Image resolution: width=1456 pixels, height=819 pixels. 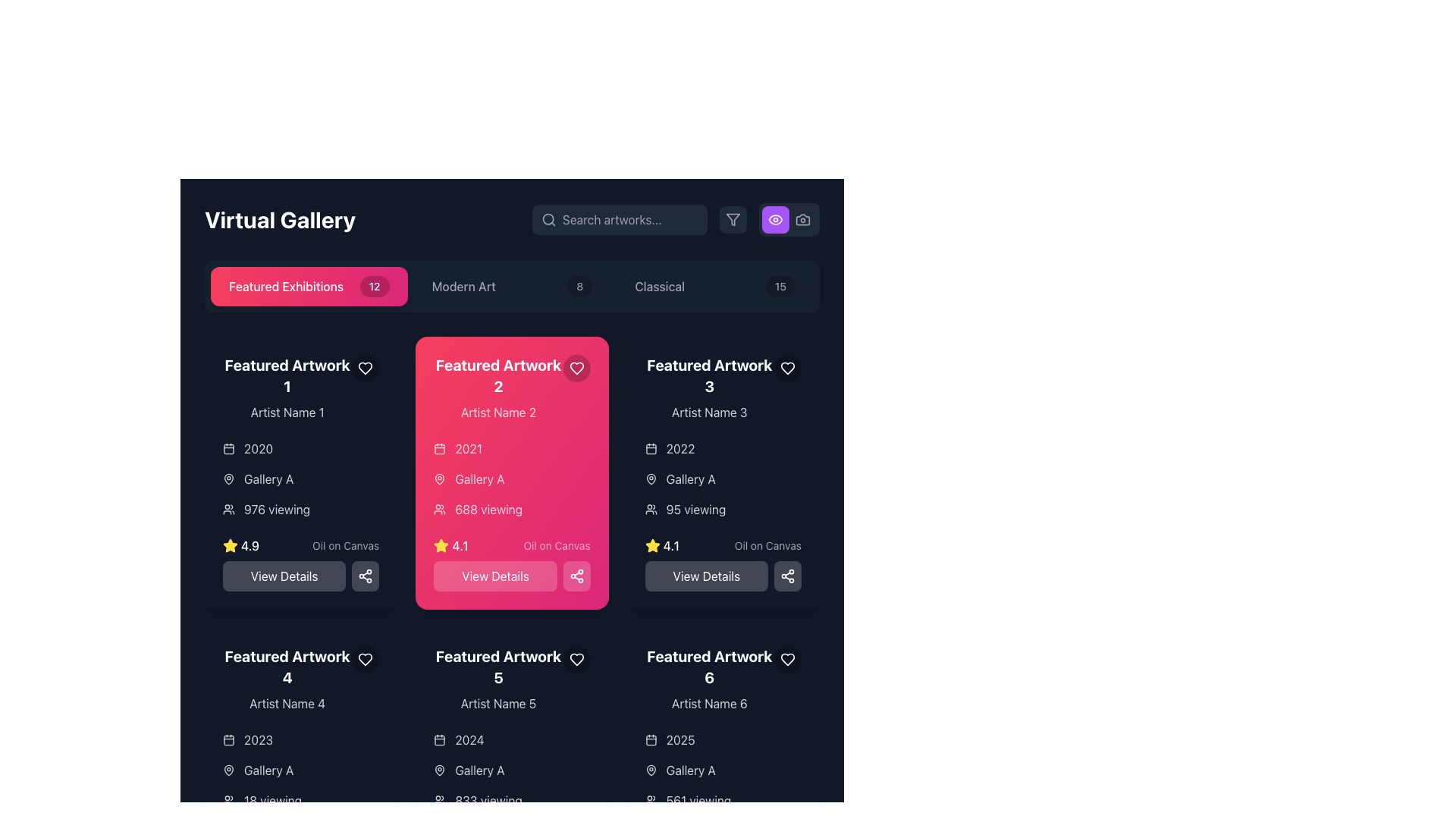 What do you see at coordinates (576, 369) in the screenshot?
I see `the 'like' or 'favorite' button located at the top-right corner of the 'Featured Artwork 2' card to mark the artwork as a favorite` at bounding box center [576, 369].